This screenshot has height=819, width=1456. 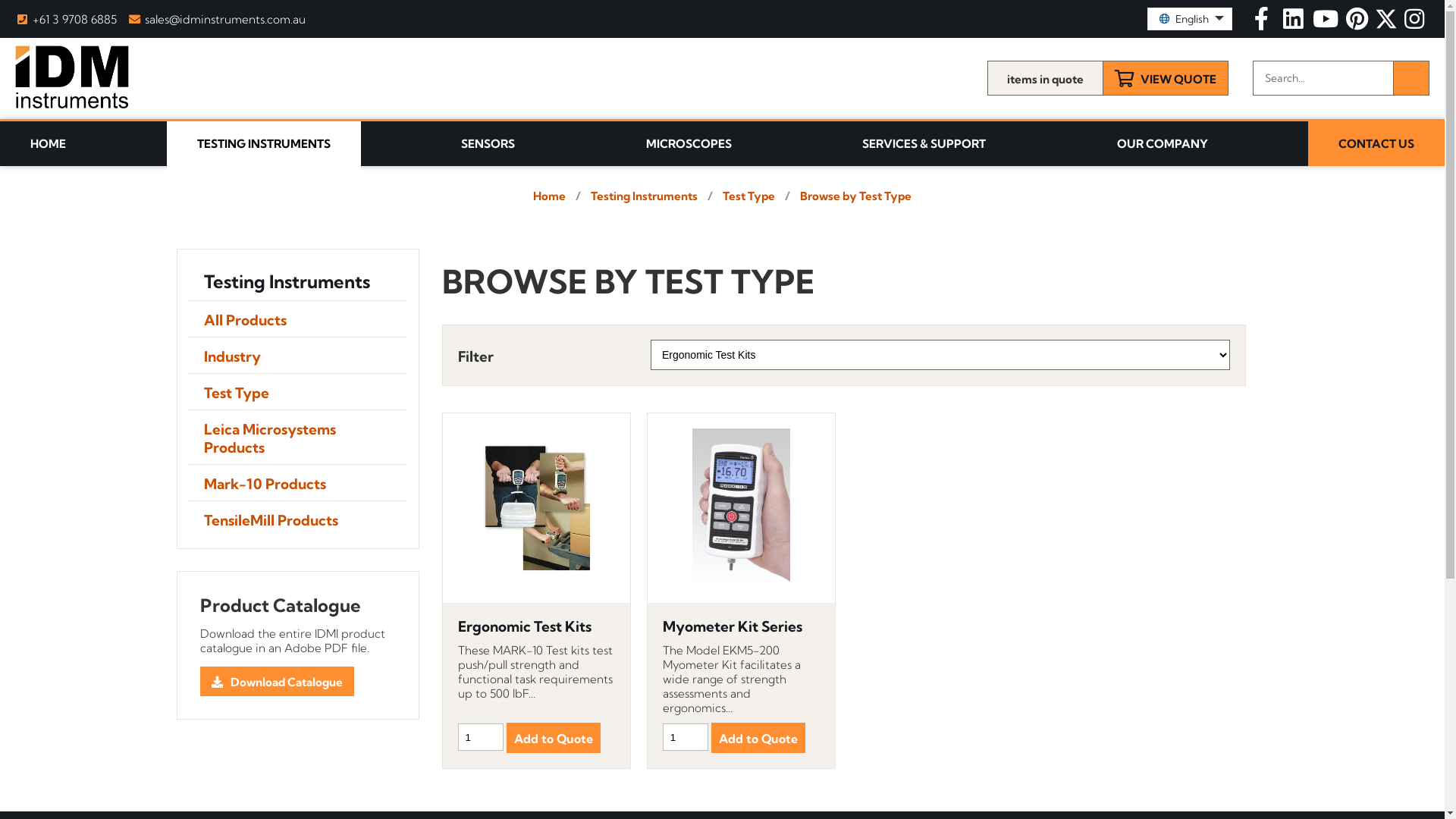 What do you see at coordinates (536, 626) in the screenshot?
I see `'Ergonomic Test Kits'` at bounding box center [536, 626].